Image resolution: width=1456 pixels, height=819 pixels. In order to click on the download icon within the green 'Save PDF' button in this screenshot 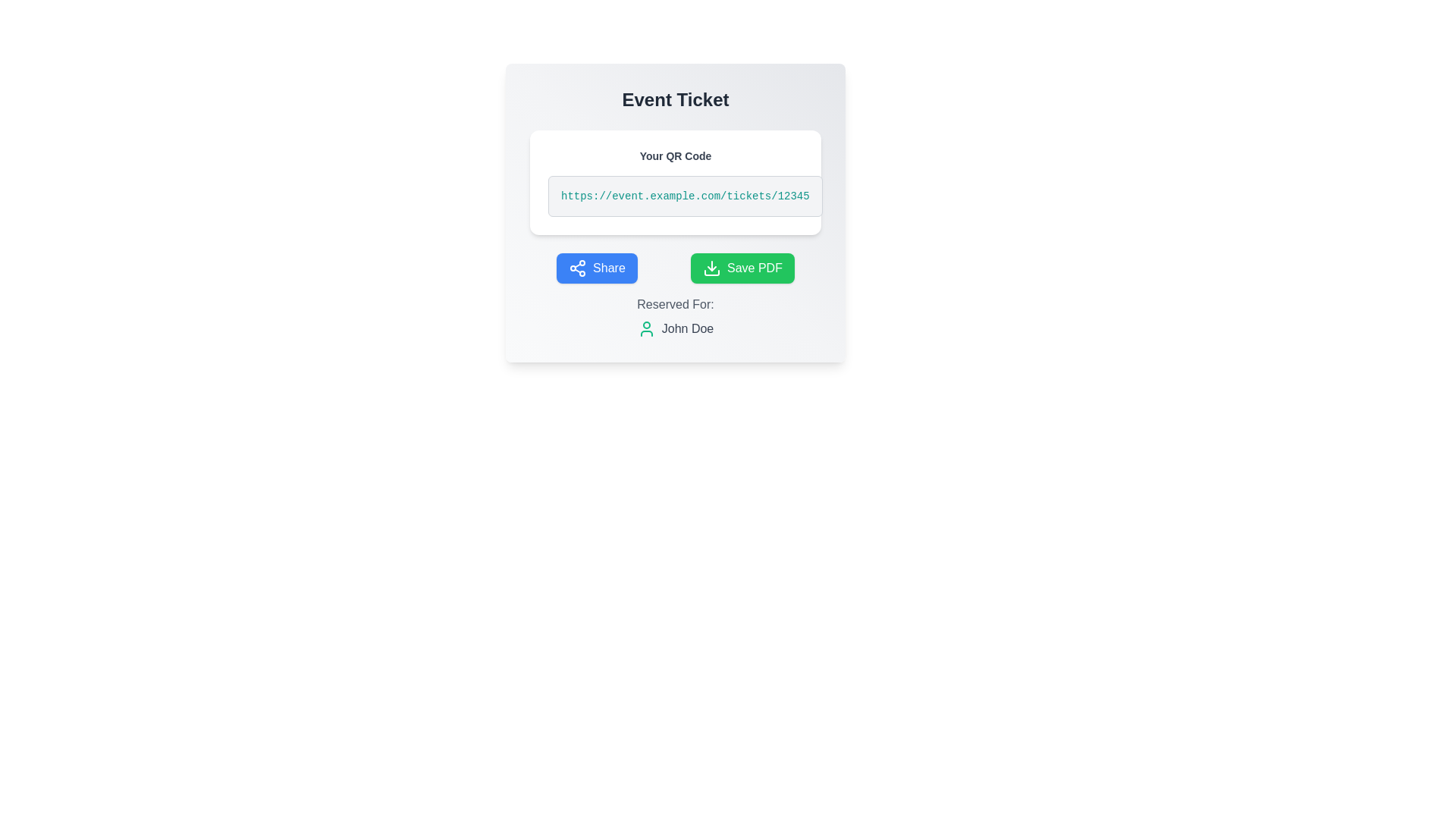, I will do `click(711, 268)`.